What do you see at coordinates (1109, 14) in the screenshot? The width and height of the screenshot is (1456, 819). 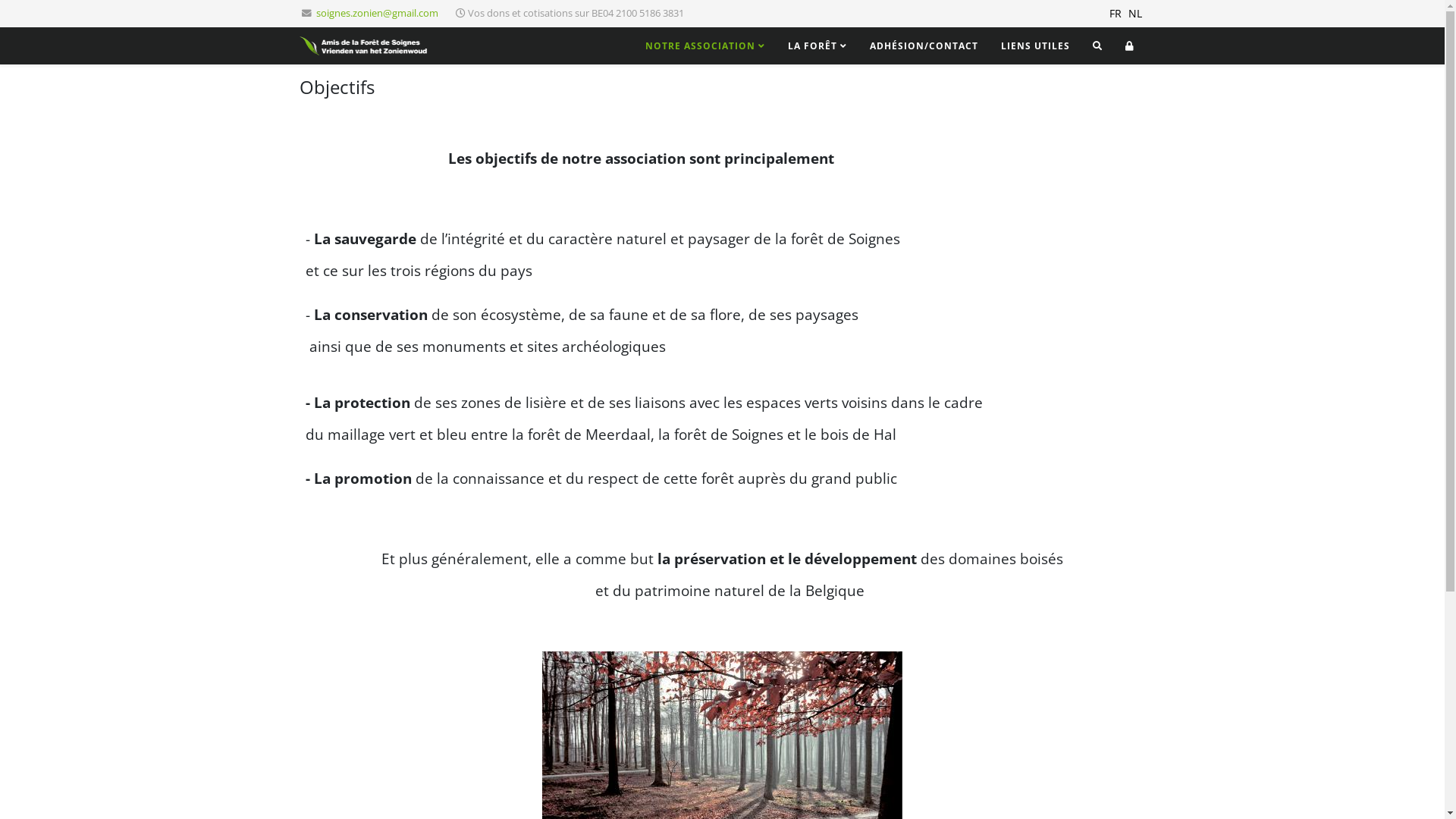 I see `'FR'` at bounding box center [1109, 14].